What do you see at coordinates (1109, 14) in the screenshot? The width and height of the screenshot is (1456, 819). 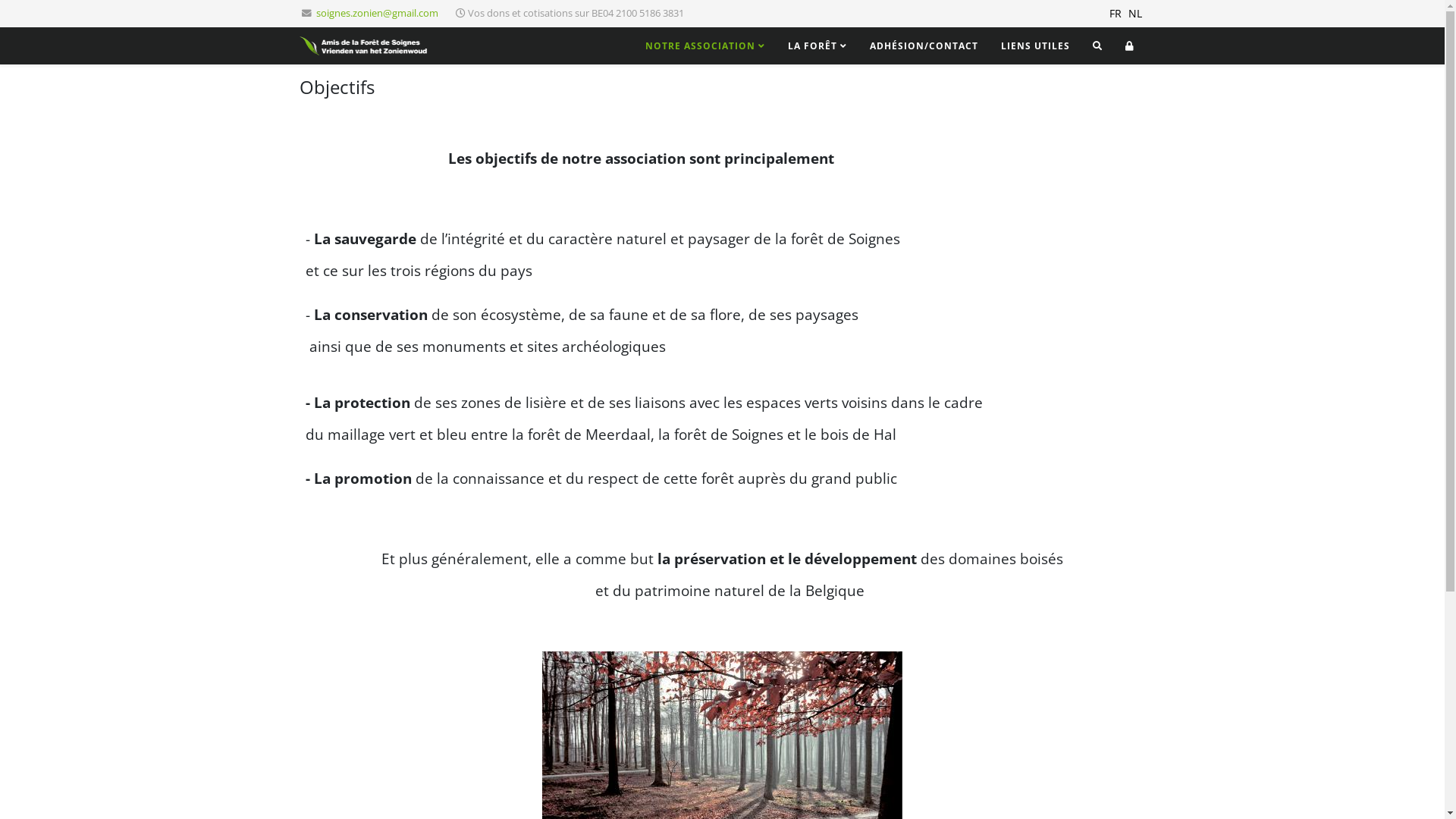 I see `'FR'` at bounding box center [1109, 14].